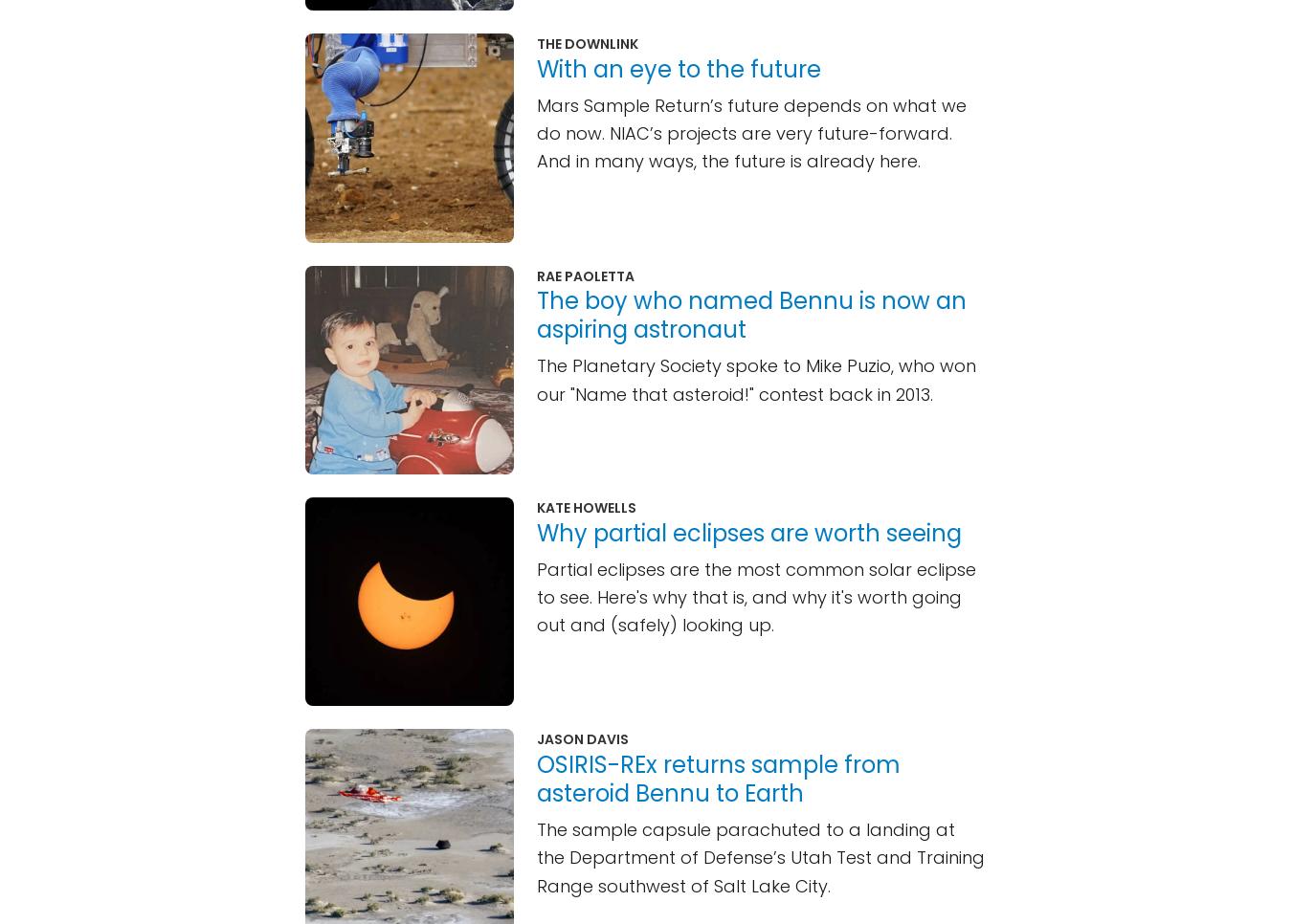 Image resolution: width=1292 pixels, height=924 pixels. I want to click on 'The Downlink', so click(536, 43).